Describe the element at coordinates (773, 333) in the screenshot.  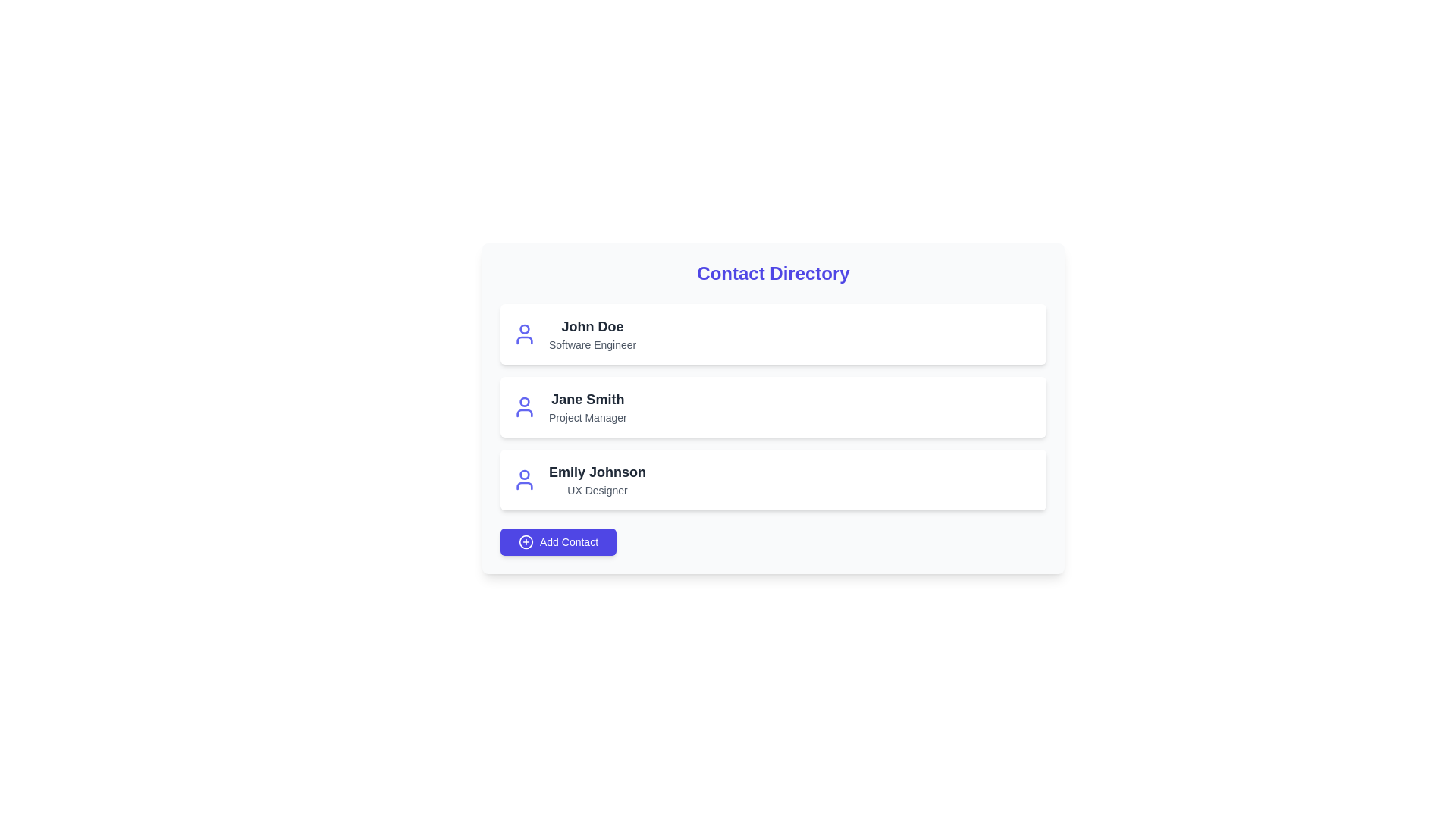
I see `the contact item corresponding to John Doe` at that location.